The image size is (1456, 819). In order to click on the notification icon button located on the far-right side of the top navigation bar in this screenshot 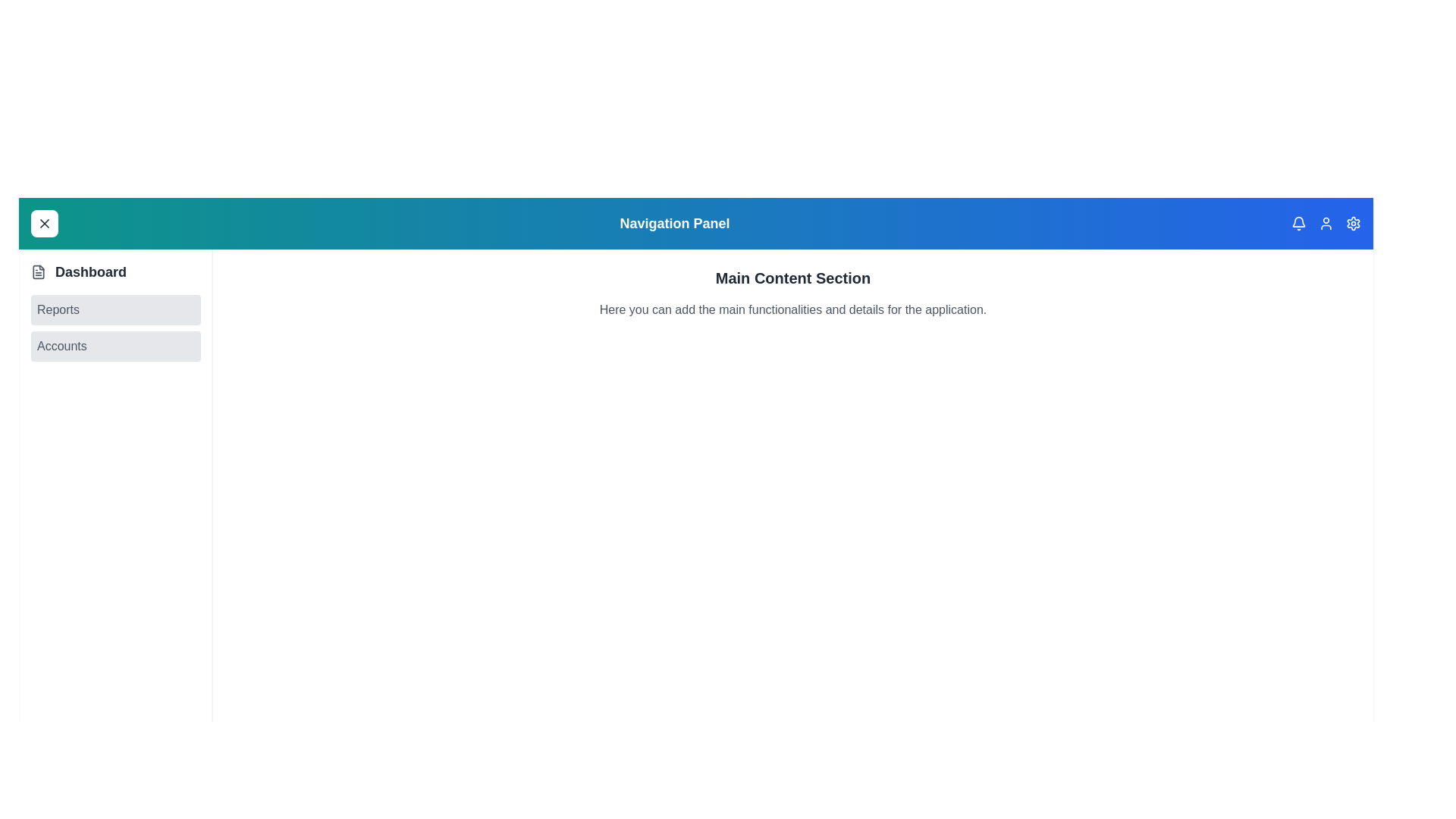, I will do `click(1298, 223)`.